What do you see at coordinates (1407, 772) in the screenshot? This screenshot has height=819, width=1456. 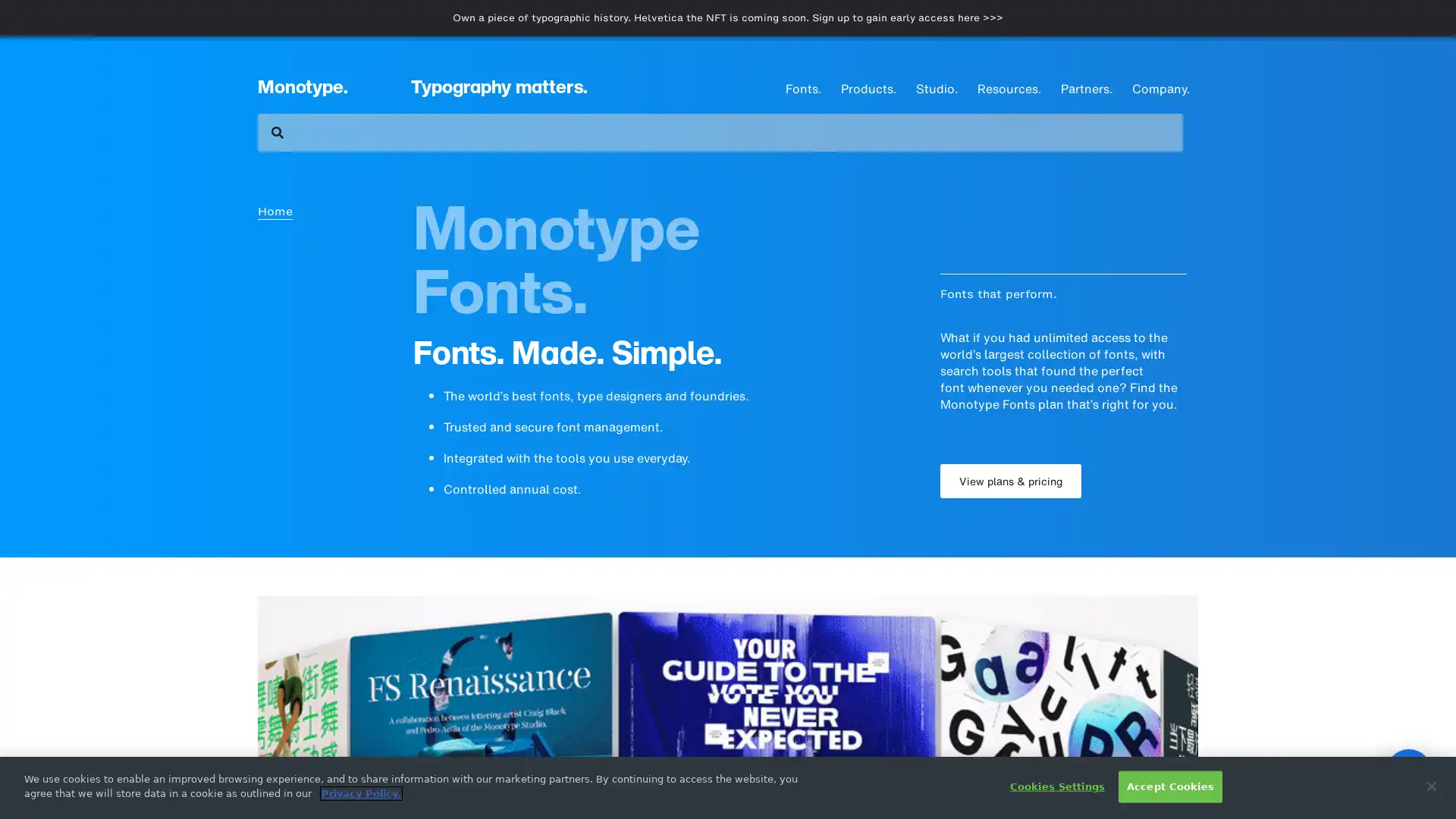 I see `Open Intercom Messenger` at bounding box center [1407, 772].